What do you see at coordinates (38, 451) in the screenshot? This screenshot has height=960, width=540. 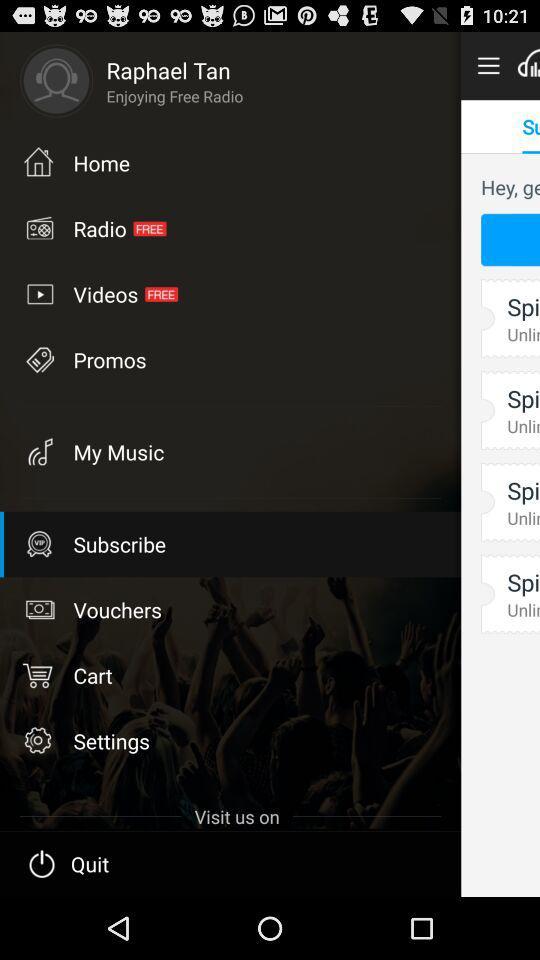 I see `the music icon` at bounding box center [38, 451].